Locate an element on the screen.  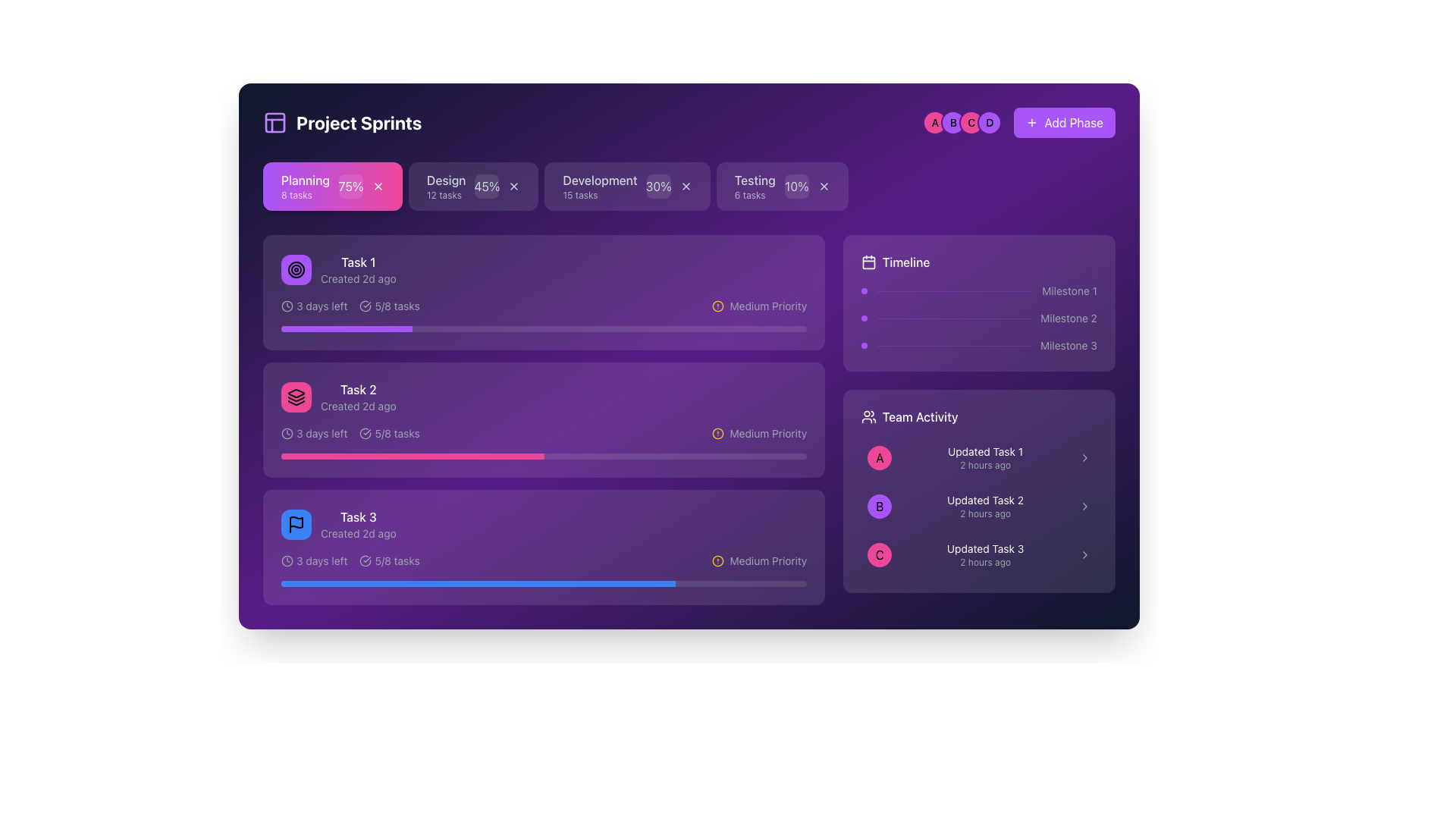
the medium priority icon located to the left of the 'Medium Priority' text in Task 1 of the 'Project Sprints' interface is located at coordinates (717, 306).